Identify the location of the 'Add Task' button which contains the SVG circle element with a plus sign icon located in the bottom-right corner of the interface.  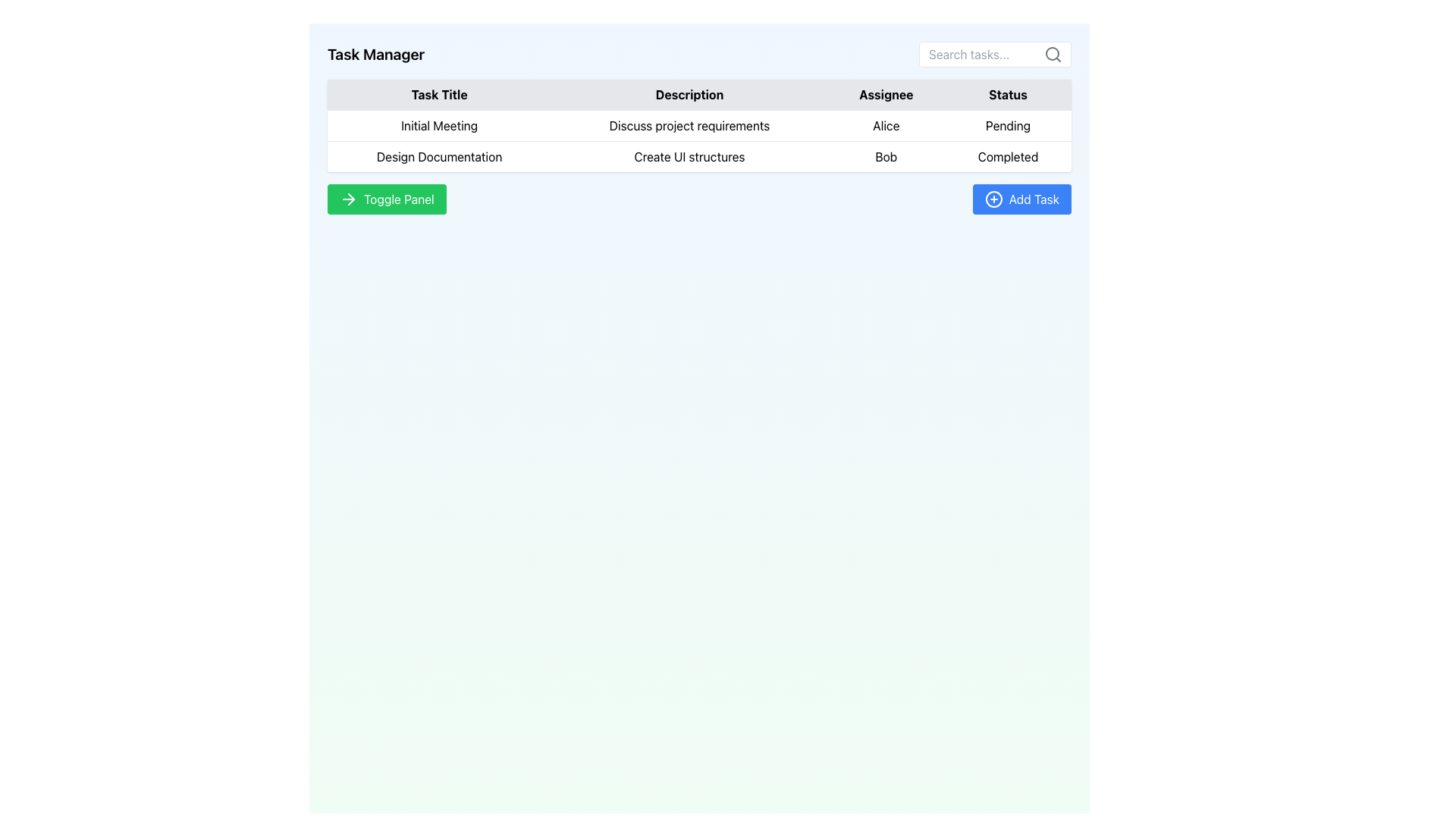
(993, 198).